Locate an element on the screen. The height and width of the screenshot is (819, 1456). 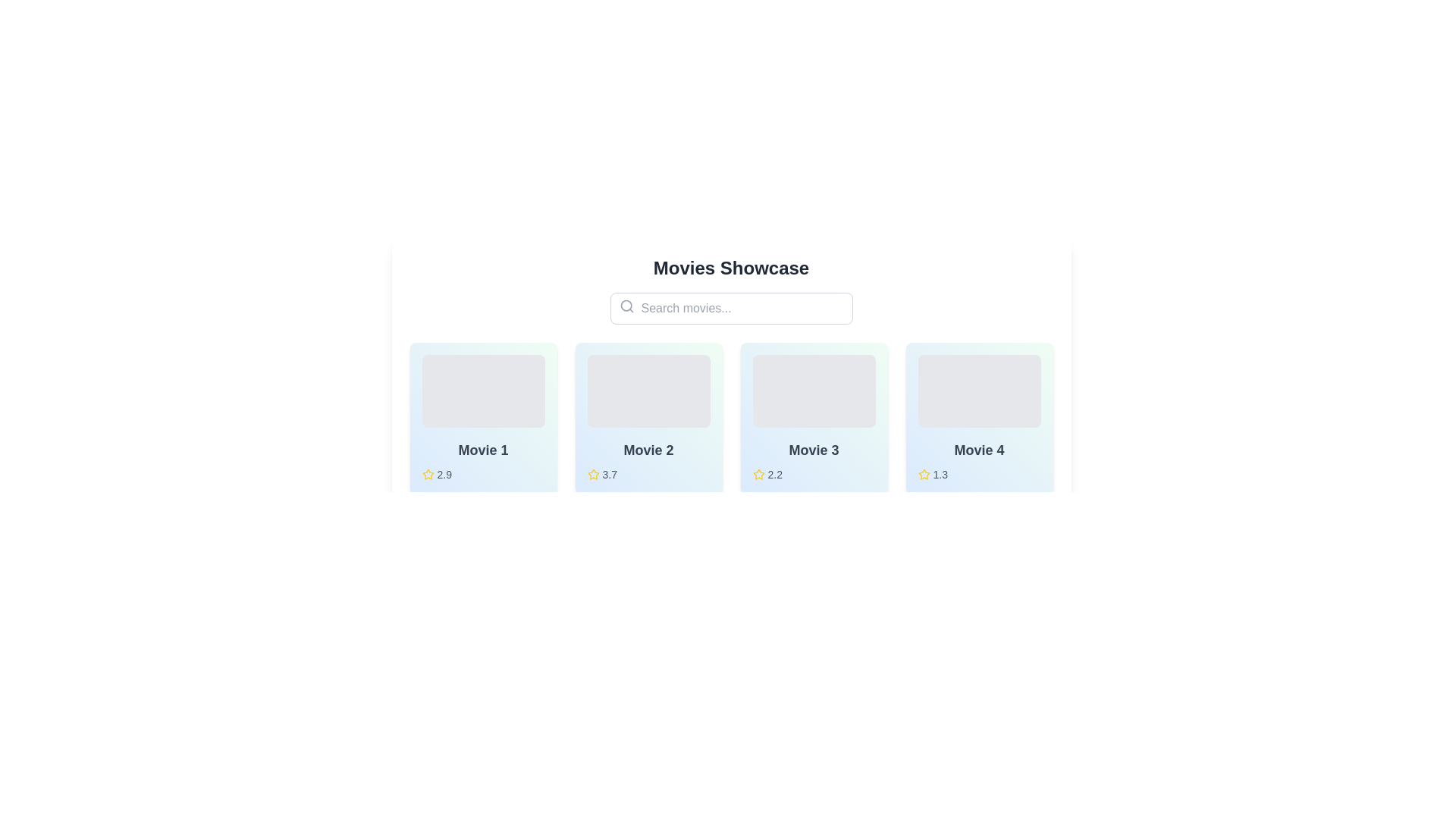
the Information Card displaying 'Movie 3' with a rating of '2.2', located in the third column of the grid layout is located at coordinates (813, 418).